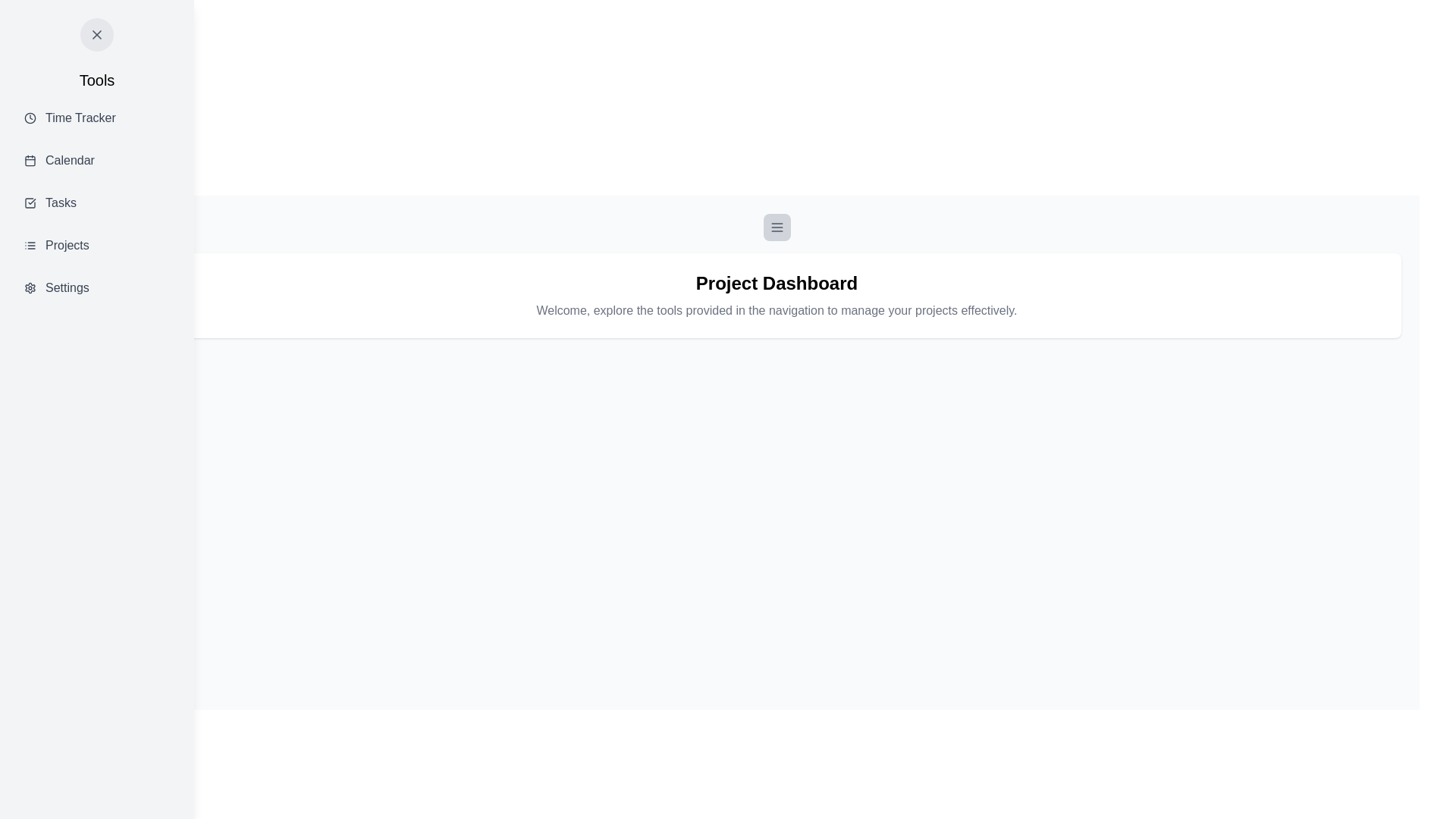  Describe the element at coordinates (777, 227) in the screenshot. I see `the menu button located above the 'Project Dashboard' title` at that location.